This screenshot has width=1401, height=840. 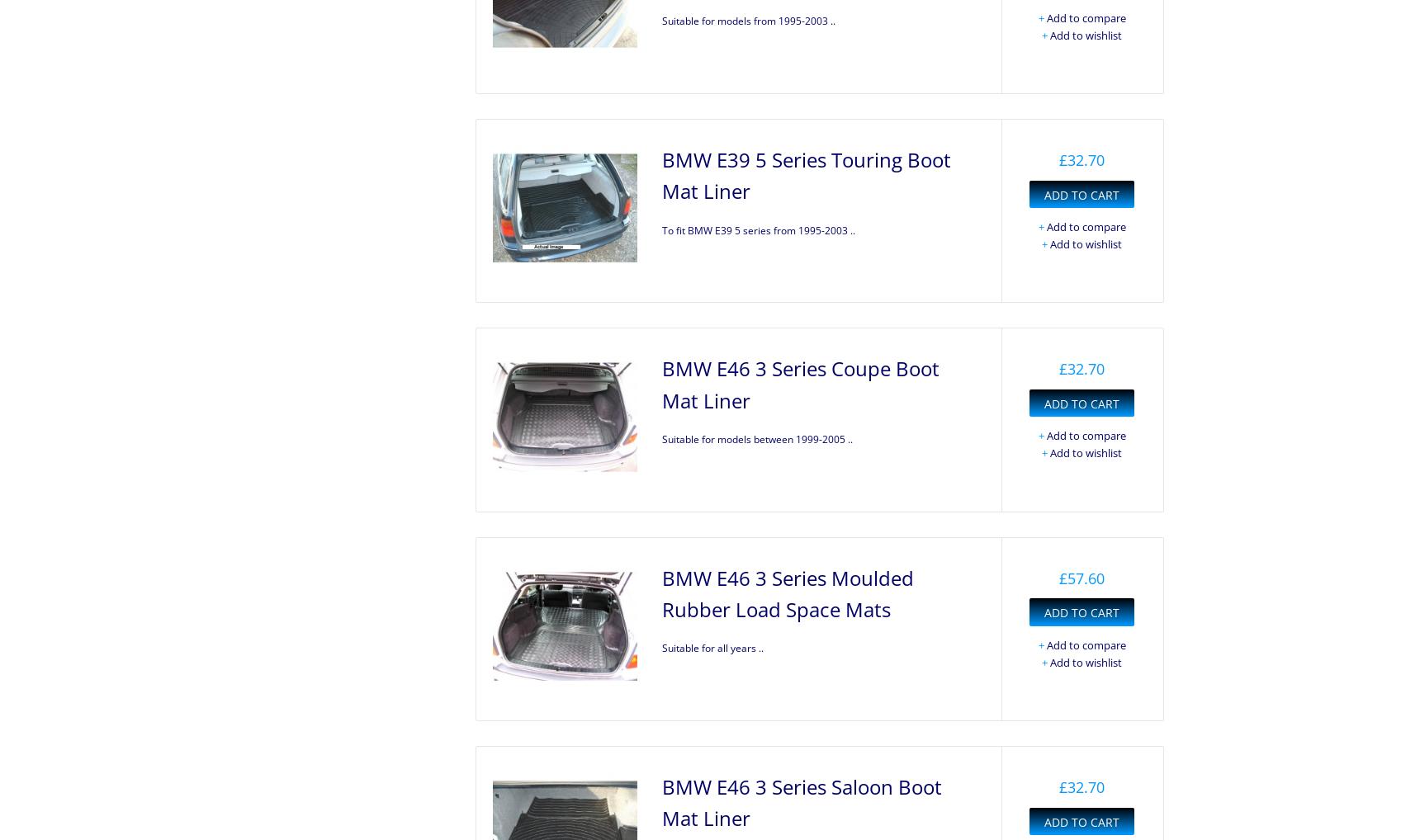 I want to click on 'Suitable for all years
..', so click(x=712, y=648).